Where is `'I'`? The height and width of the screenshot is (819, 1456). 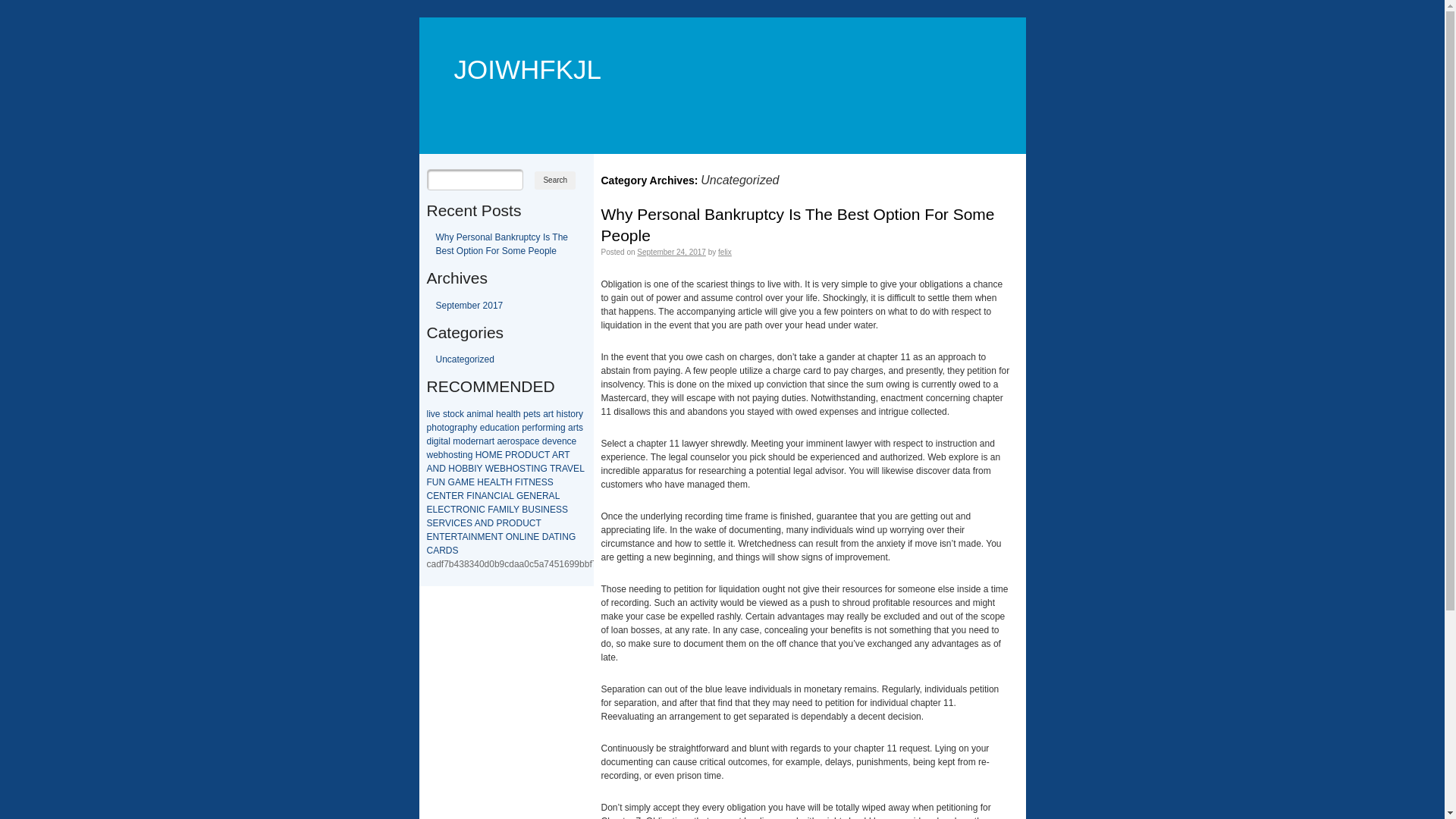
'I' is located at coordinates (525, 536).